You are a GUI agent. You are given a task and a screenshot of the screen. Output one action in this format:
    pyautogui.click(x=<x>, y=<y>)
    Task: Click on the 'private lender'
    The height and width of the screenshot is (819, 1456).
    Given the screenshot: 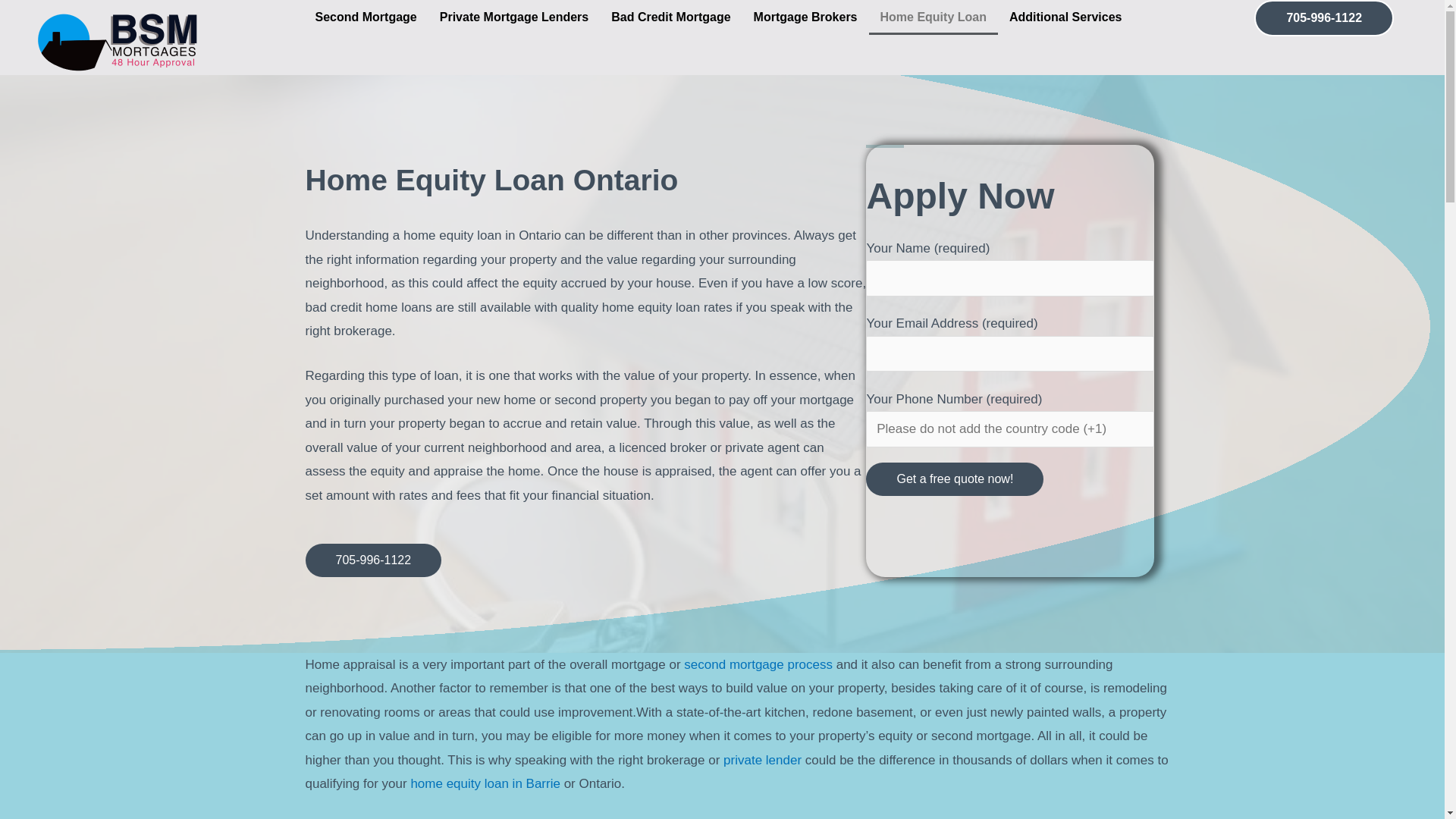 What is the action you would take?
    pyautogui.click(x=762, y=760)
    